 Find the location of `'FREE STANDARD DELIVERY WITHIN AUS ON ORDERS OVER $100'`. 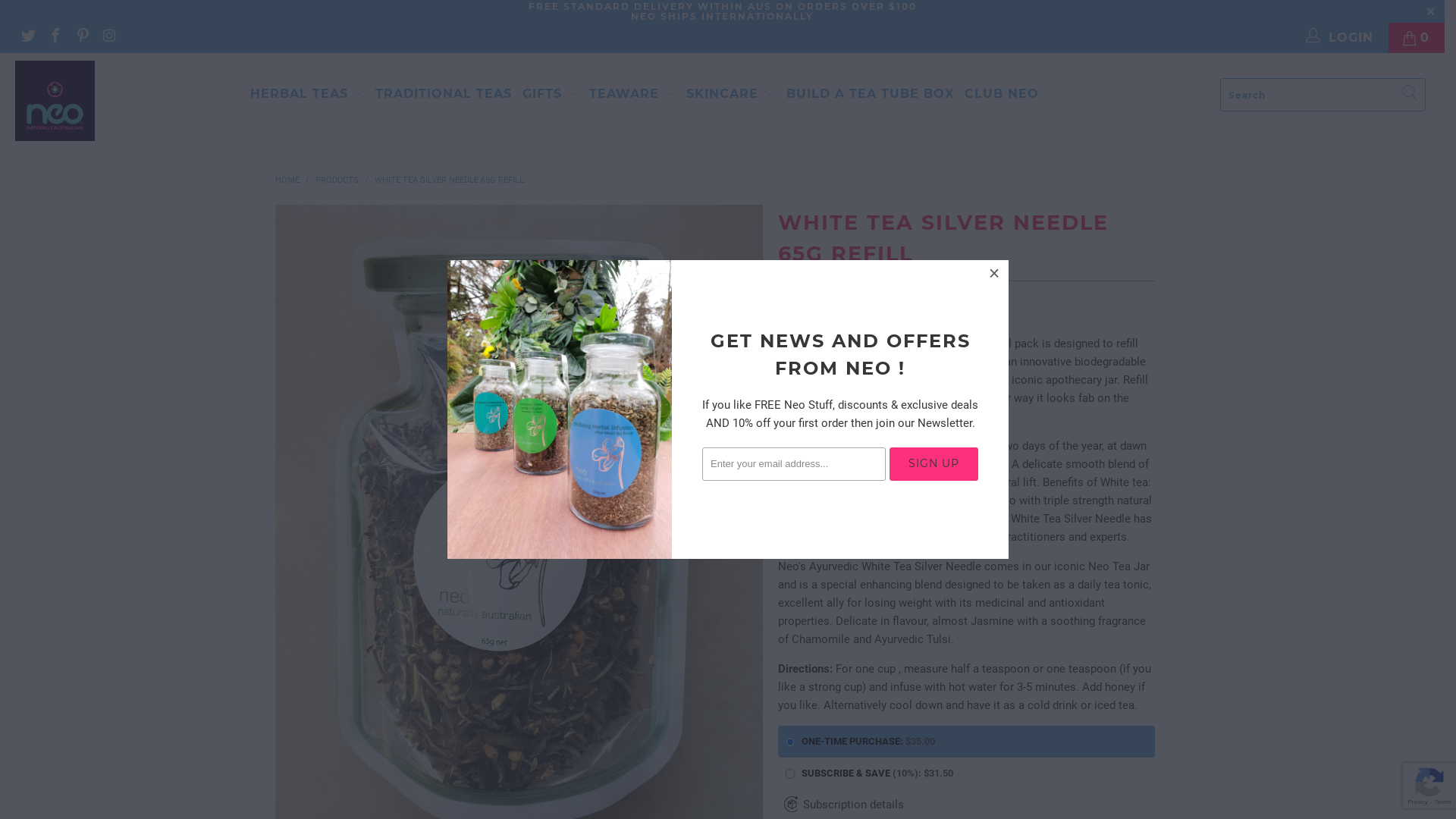

'FREE STANDARD DELIVERY WITHIN AUS ON ORDERS OVER $100' is located at coordinates (720, 6).